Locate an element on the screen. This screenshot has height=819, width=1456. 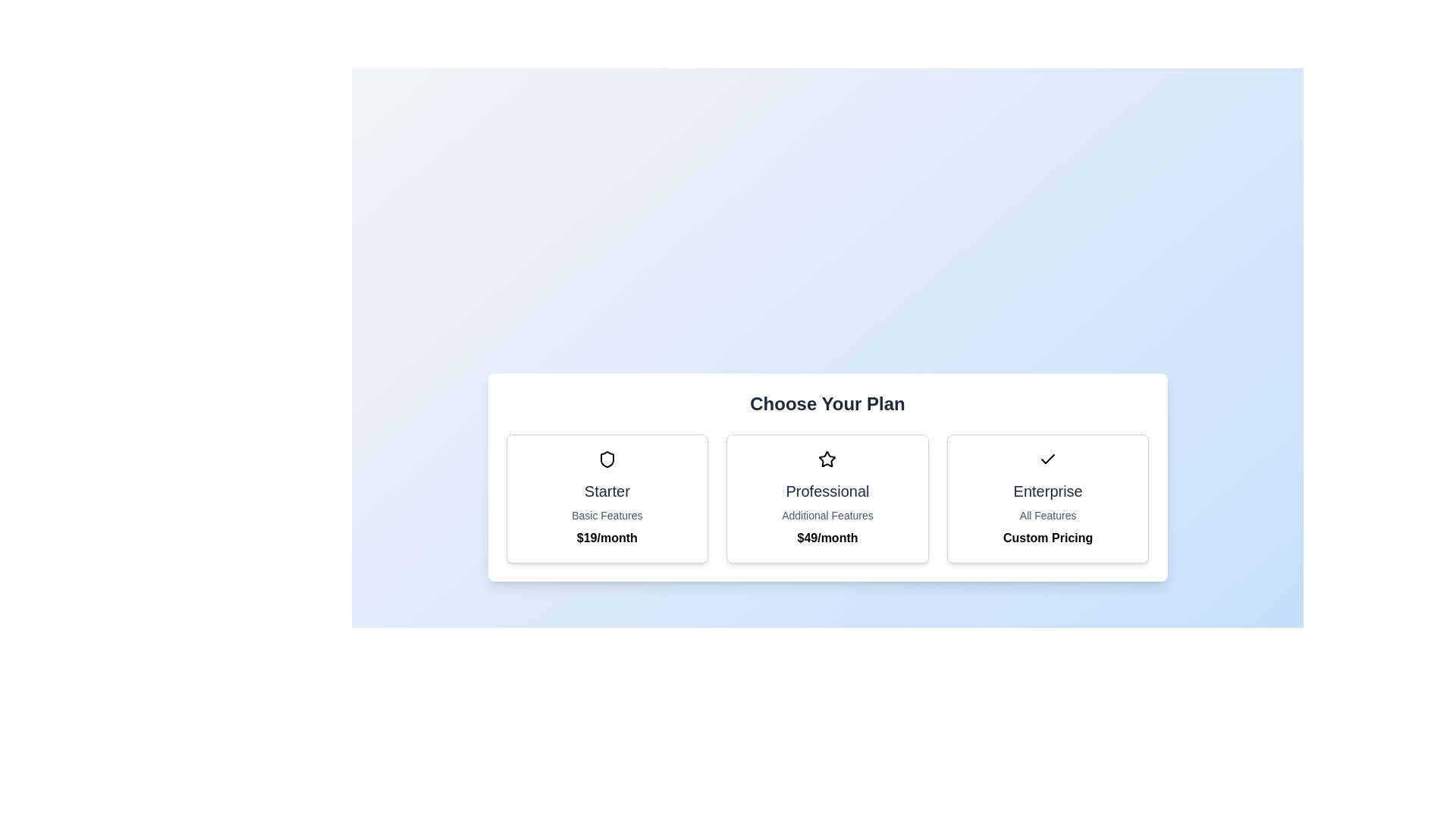
the star icon located within the 'Professional' pricing card, which features thin, symmetrical lines forming a star shape and is styled with a minimalistic theme is located at coordinates (827, 458).